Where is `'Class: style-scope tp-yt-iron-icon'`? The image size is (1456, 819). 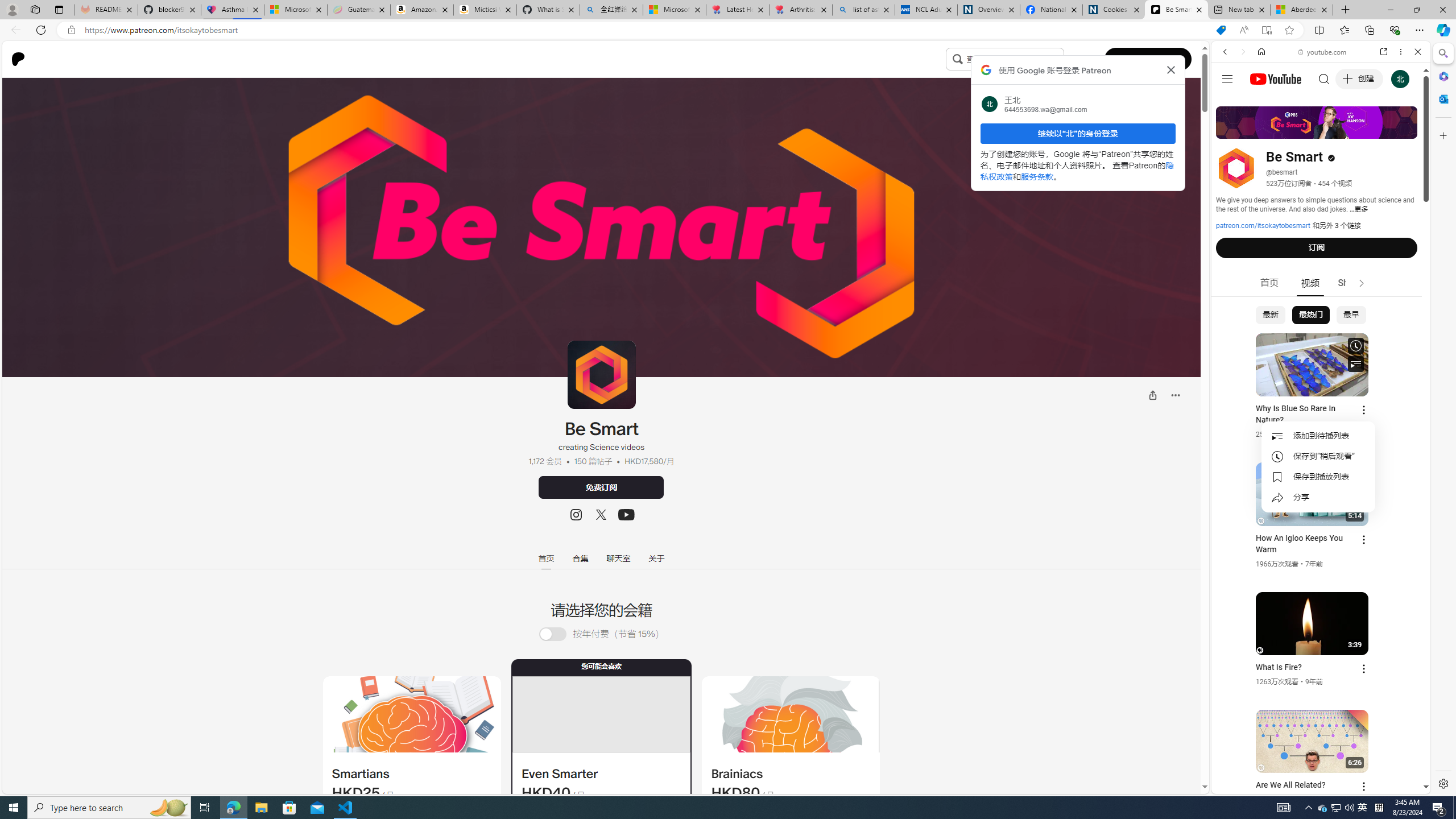
'Class: style-scope tp-yt-iron-icon' is located at coordinates (1360, 283).